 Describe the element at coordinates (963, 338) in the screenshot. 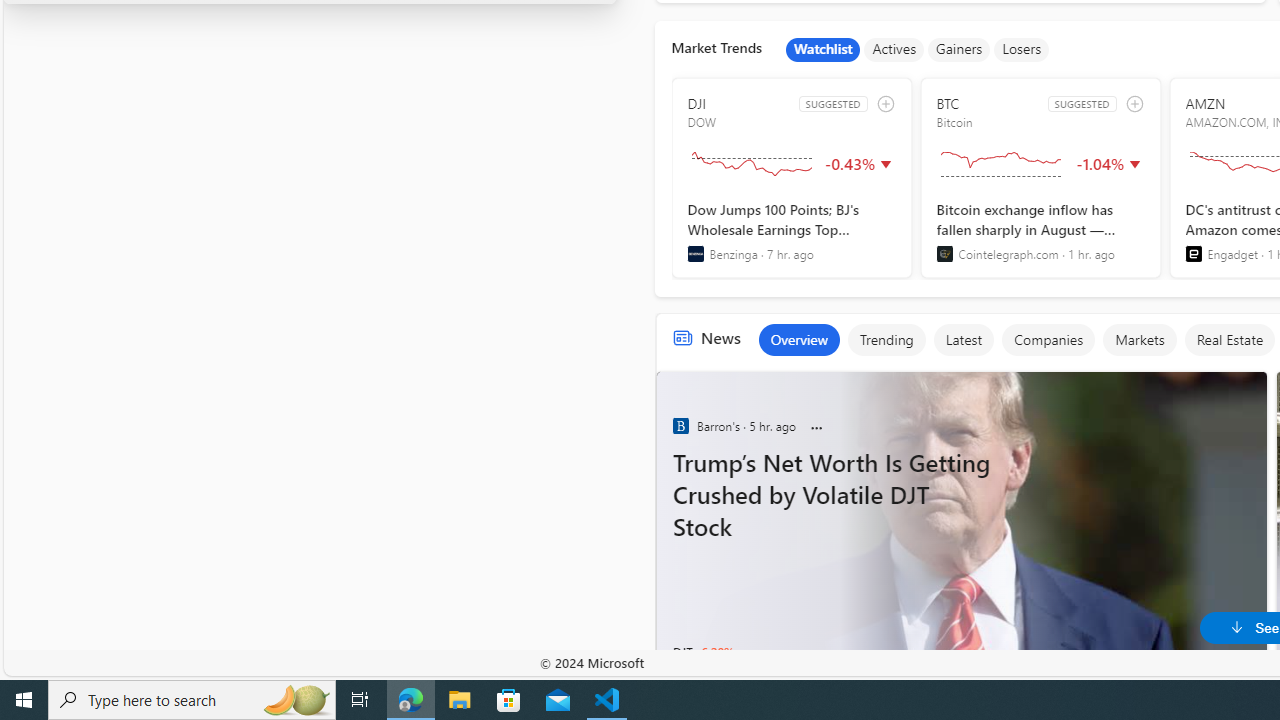

I see `'Latest'` at that location.